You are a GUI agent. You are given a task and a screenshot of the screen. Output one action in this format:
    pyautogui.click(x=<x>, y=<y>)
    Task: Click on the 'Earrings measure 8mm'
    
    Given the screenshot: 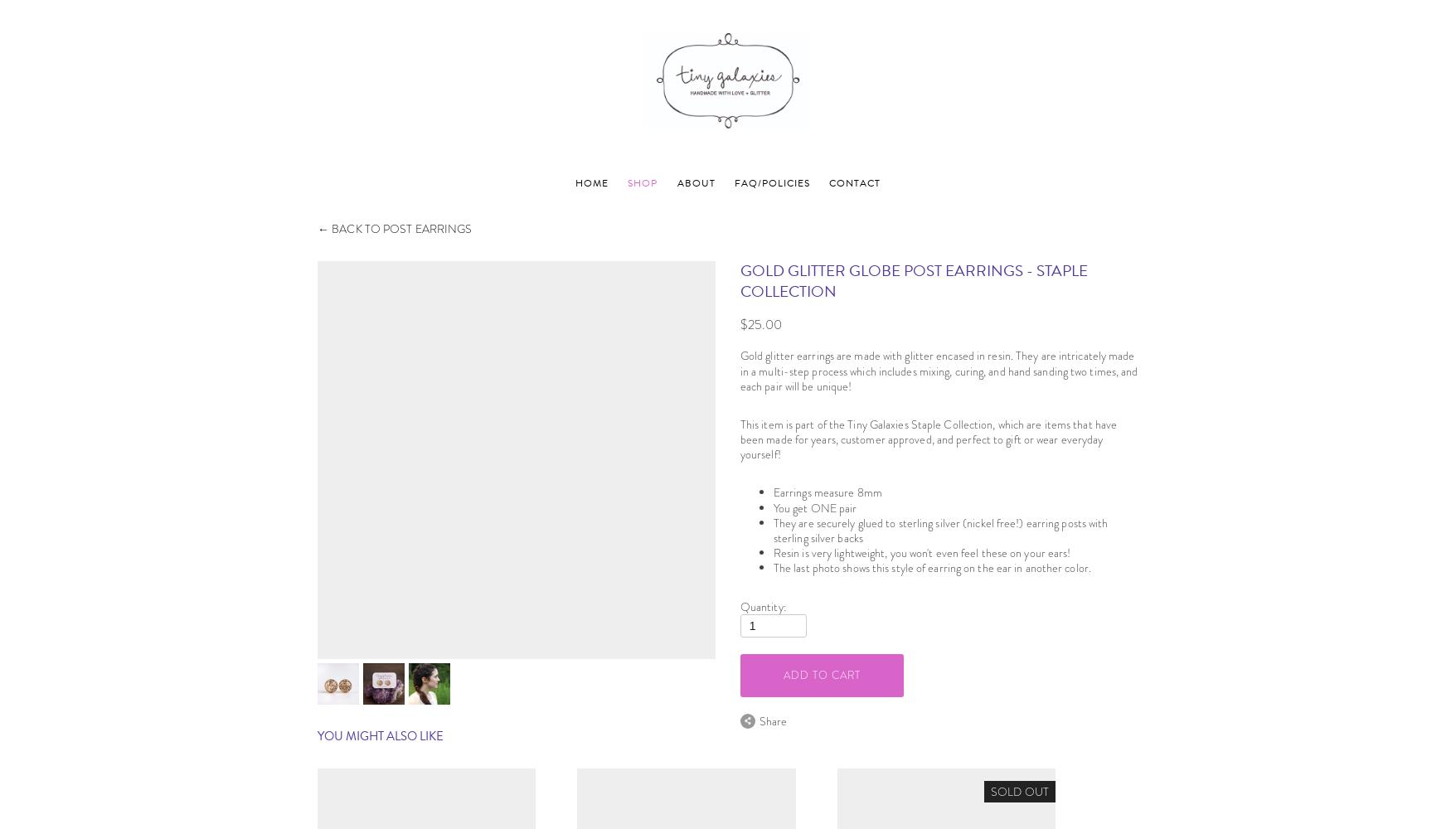 What is the action you would take?
    pyautogui.click(x=826, y=492)
    